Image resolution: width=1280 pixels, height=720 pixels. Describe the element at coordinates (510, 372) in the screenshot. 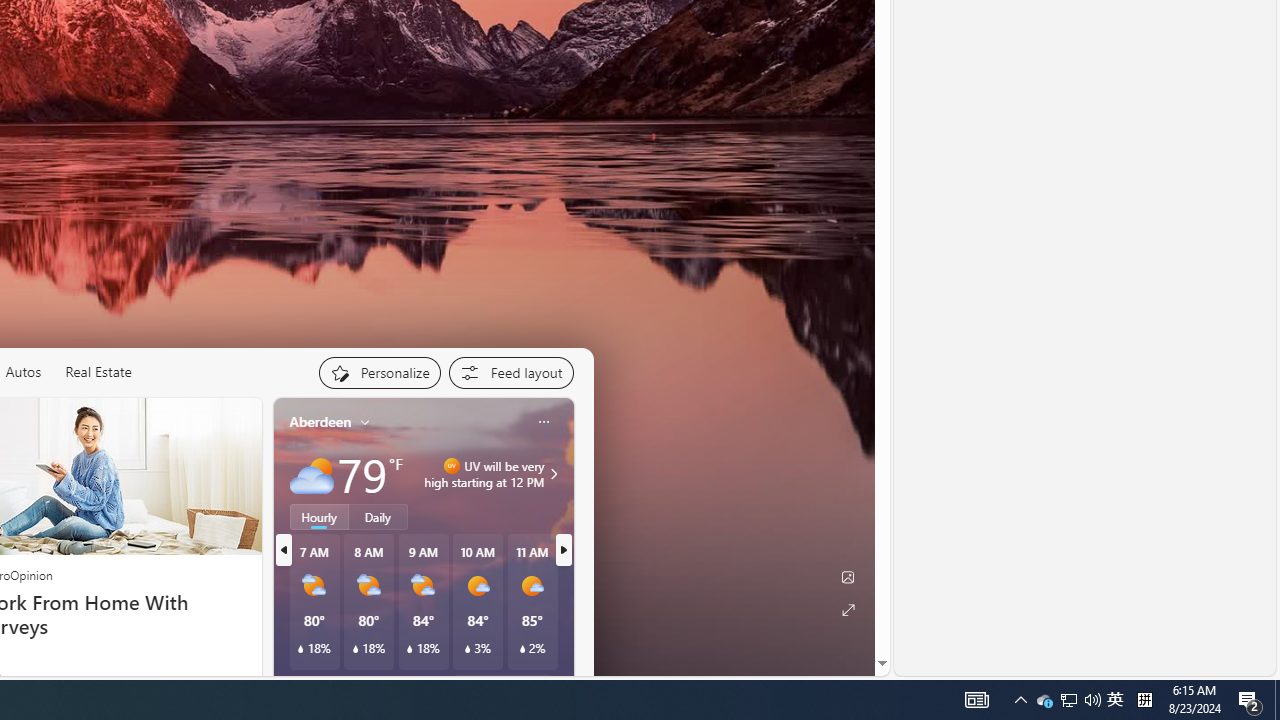

I see `'Feed settings'` at that location.